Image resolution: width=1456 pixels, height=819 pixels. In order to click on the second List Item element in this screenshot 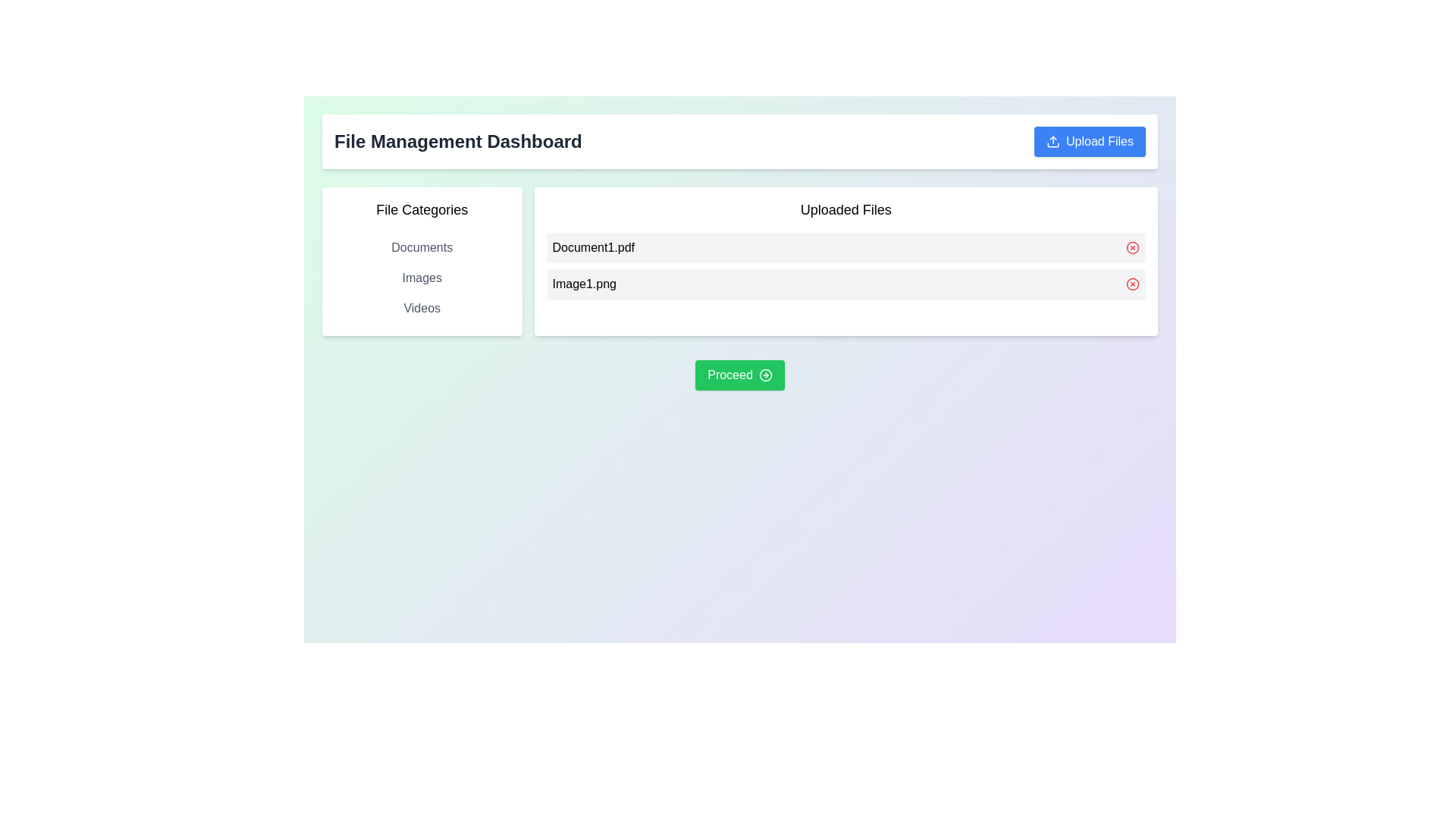, I will do `click(845, 284)`.